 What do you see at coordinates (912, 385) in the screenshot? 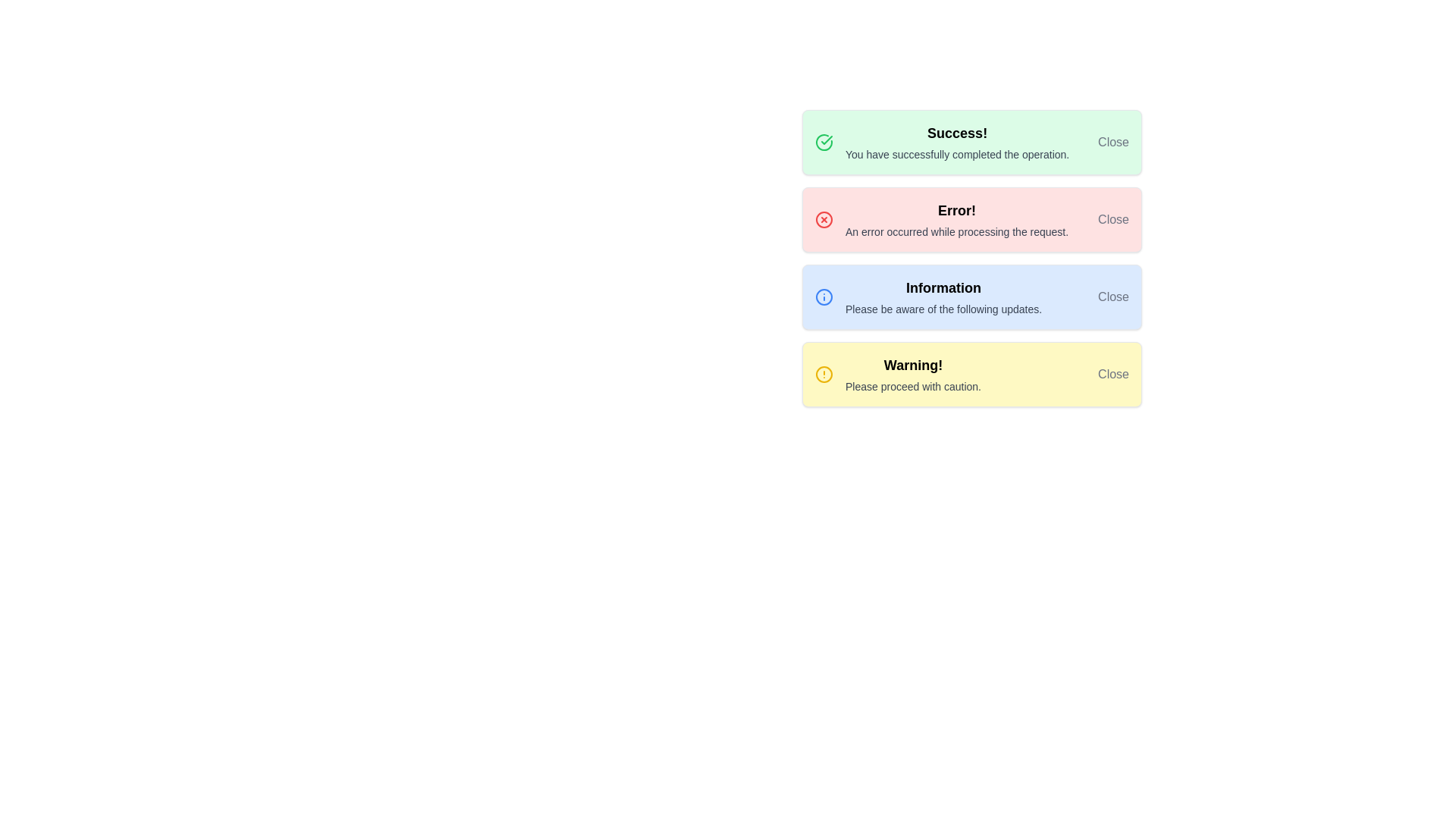
I see `the supplementary text element that provides additional details or instructions related to the 'Warning!' notification, located within the yellow notification block` at bounding box center [912, 385].